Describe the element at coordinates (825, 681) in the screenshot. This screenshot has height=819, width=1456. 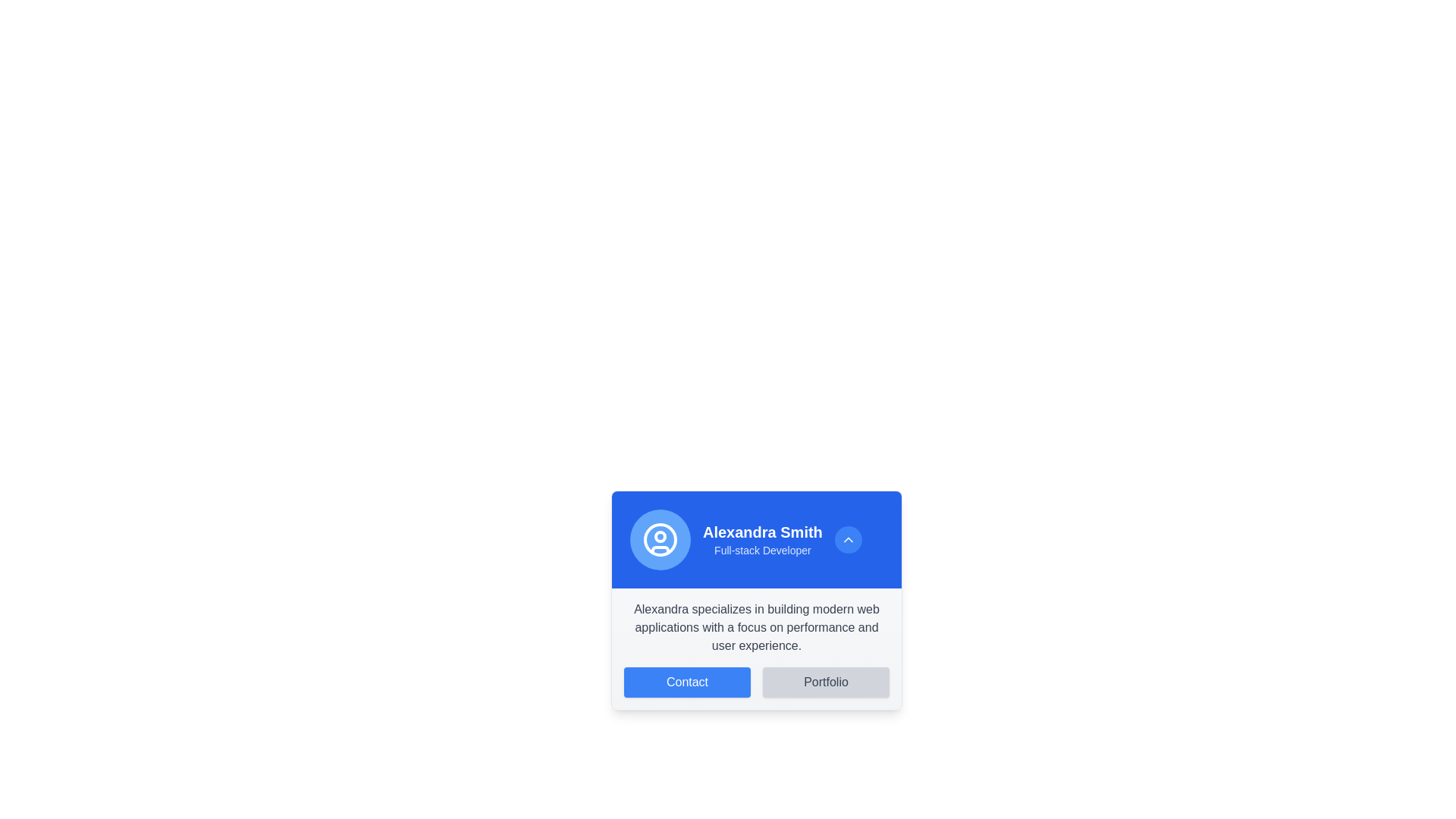
I see `the 'Portfolio' button, which is a rectangular button with rounded corners and a light gray background, located to the right of the 'Contact' button in a horizontal layout` at that location.